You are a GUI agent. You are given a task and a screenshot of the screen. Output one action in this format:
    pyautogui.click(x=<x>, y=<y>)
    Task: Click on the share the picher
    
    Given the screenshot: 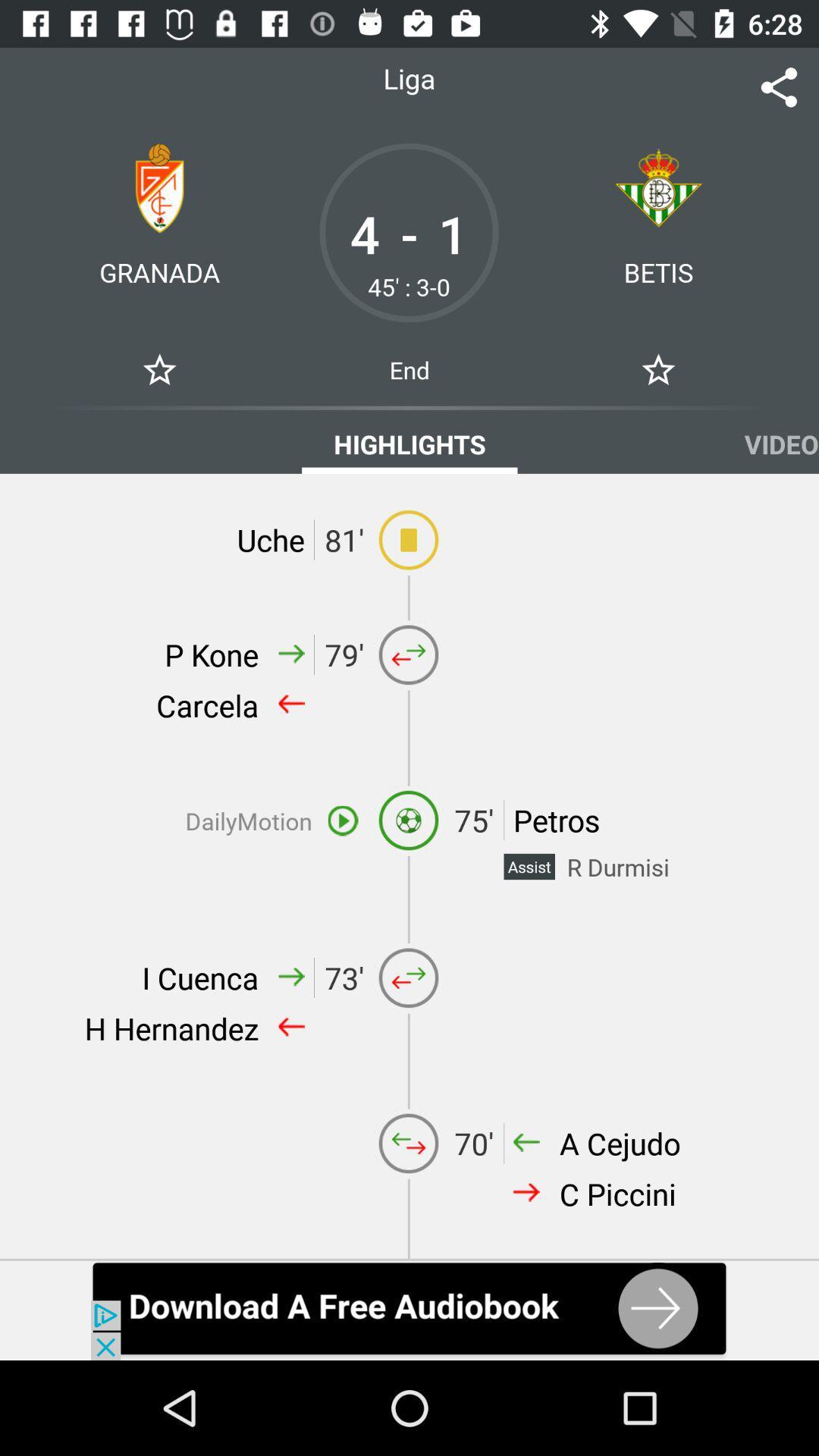 What is the action you would take?
    pyautogui.click(x=779, y=86)
    